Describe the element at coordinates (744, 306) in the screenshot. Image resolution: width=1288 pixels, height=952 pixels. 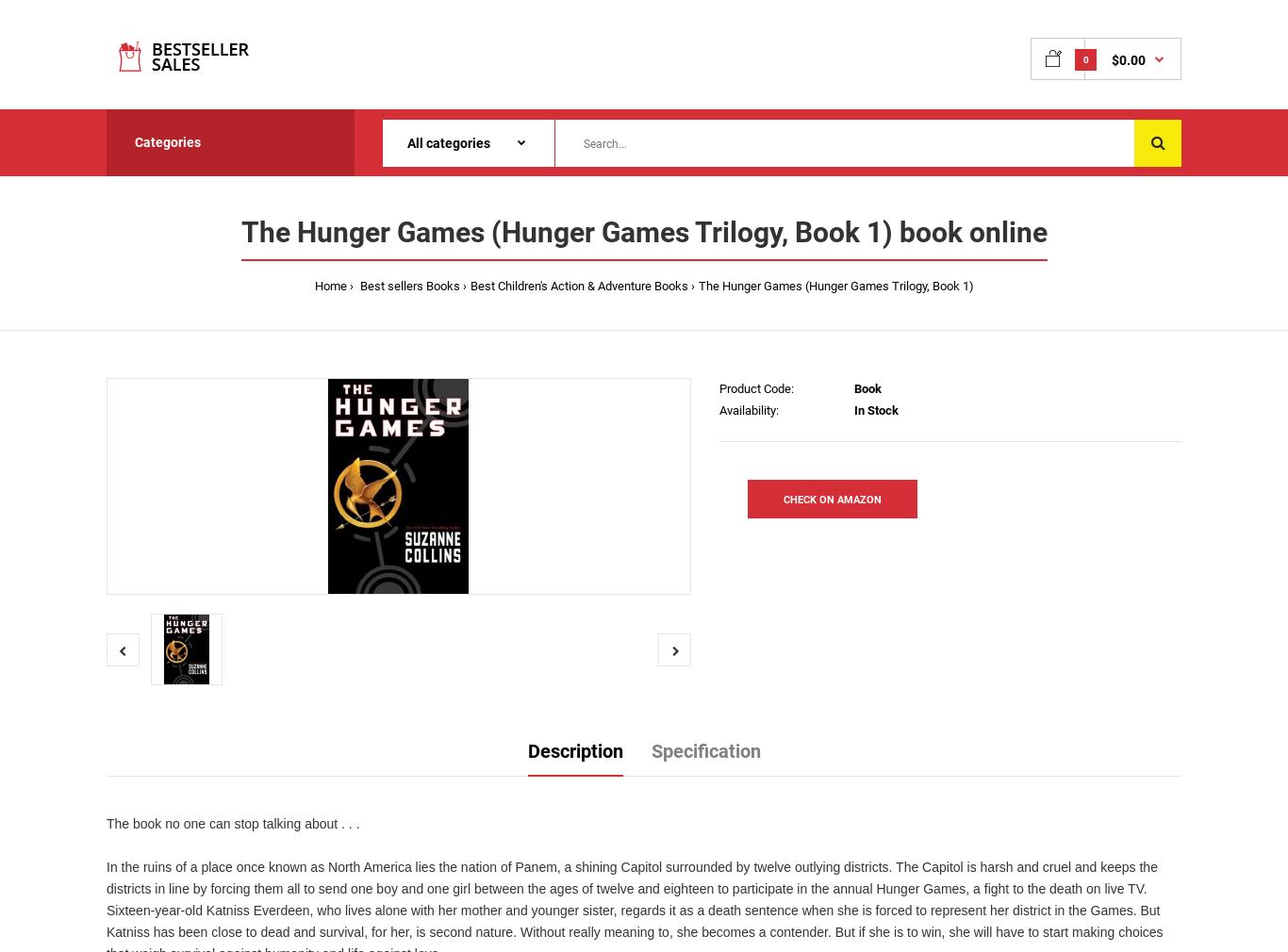
I see `'Best Fantasy Movies'` at that location.